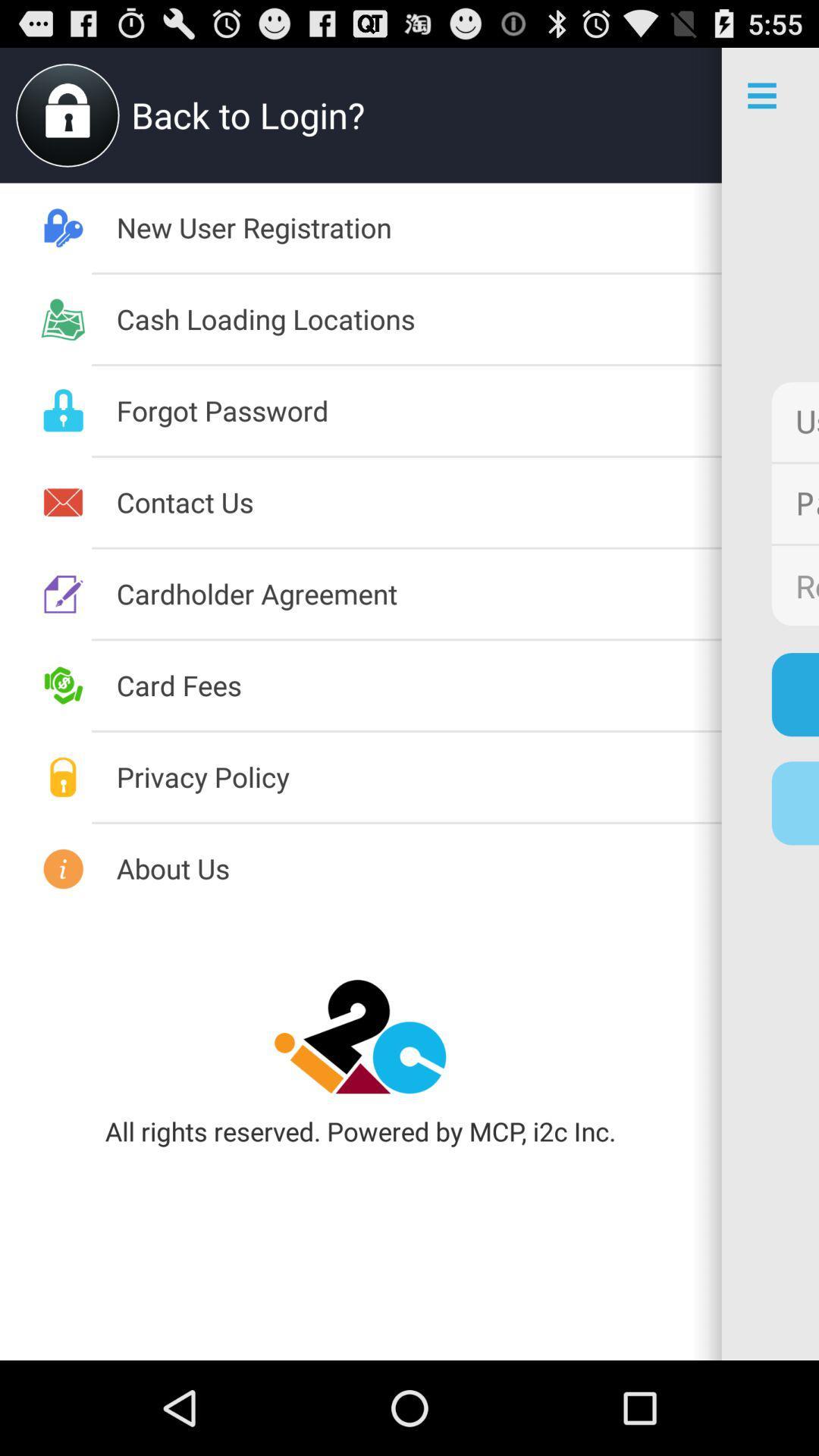 Image resolution: width=819 pixels, height=1456 pixels. What do you see at coordinates (673, 115) in the screenshot?
I see `app to the right of the back to login?` at bounding box center [673, 115].